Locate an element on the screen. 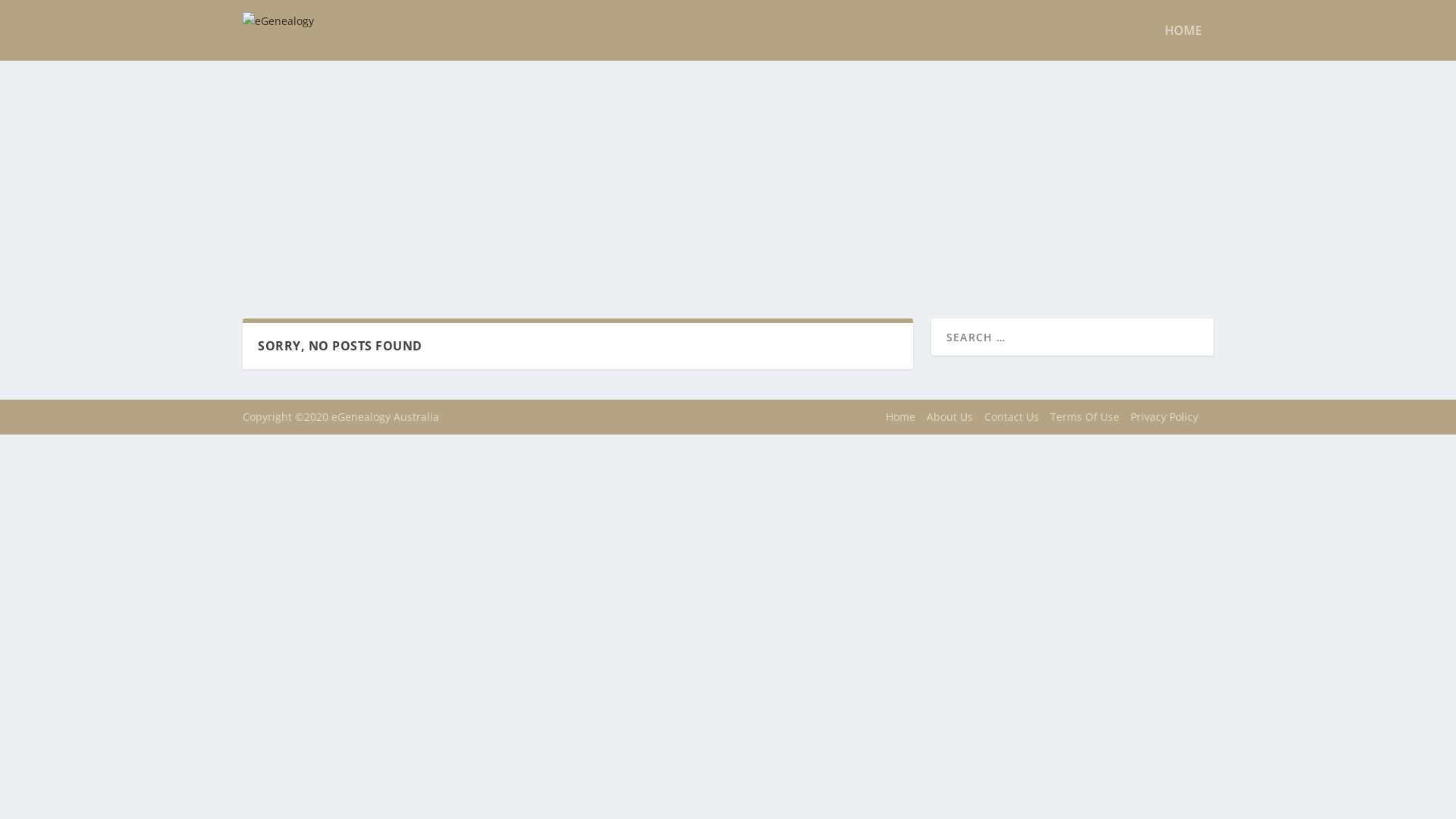  'Privacy Policy' is located at coordinates (1163, 416).